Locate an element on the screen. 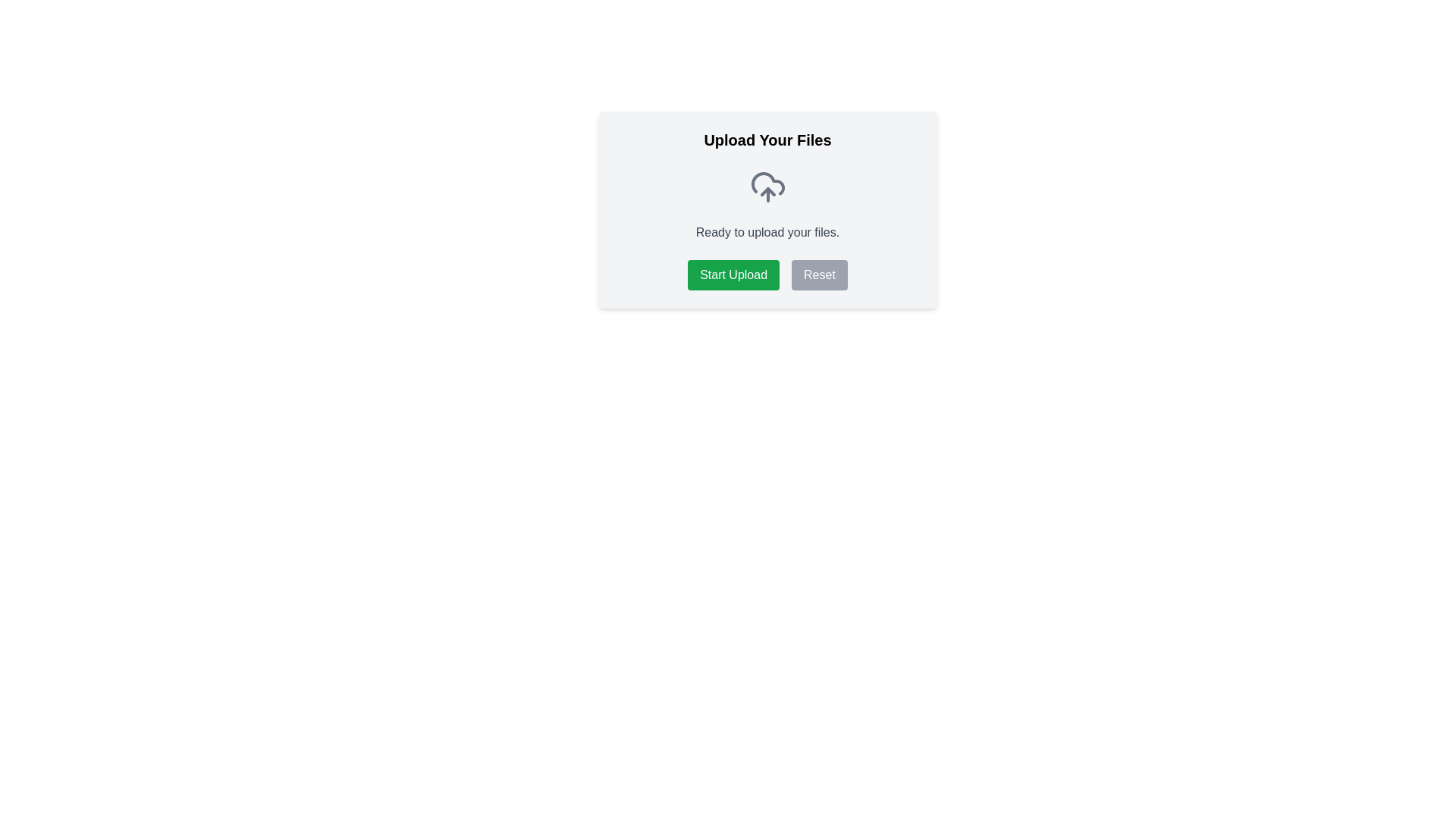 The height and width of the screenshot is (819, 1456). the cloud icon that symbolizes cloud-related upload actions, which is located above the text 'Ready to upload your files' within the 'Upload Your Files' section is located at coordinates (767, 183).